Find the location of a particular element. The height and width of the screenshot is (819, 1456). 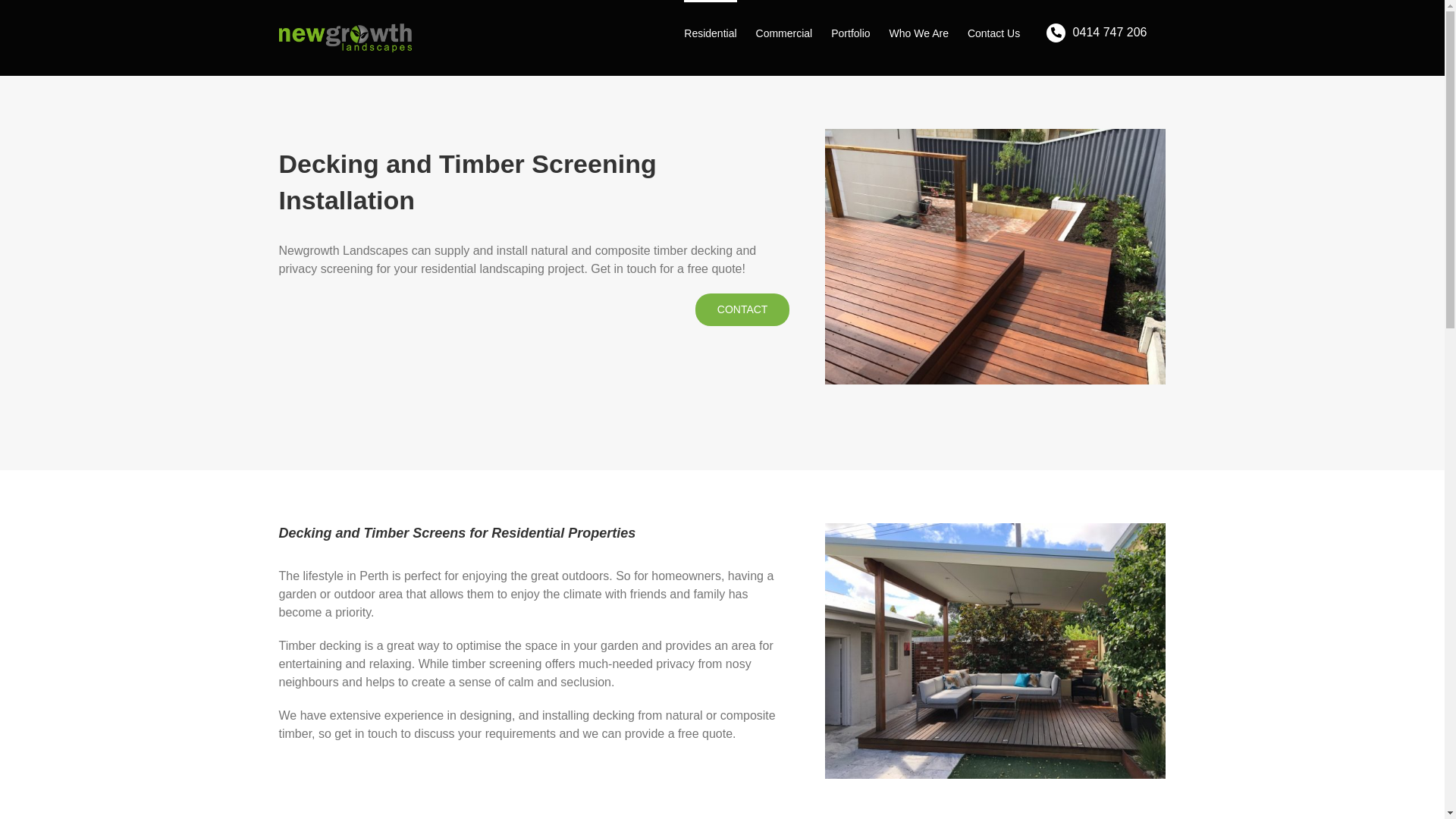

'CONTACT' is located at coordinates (742, 309).